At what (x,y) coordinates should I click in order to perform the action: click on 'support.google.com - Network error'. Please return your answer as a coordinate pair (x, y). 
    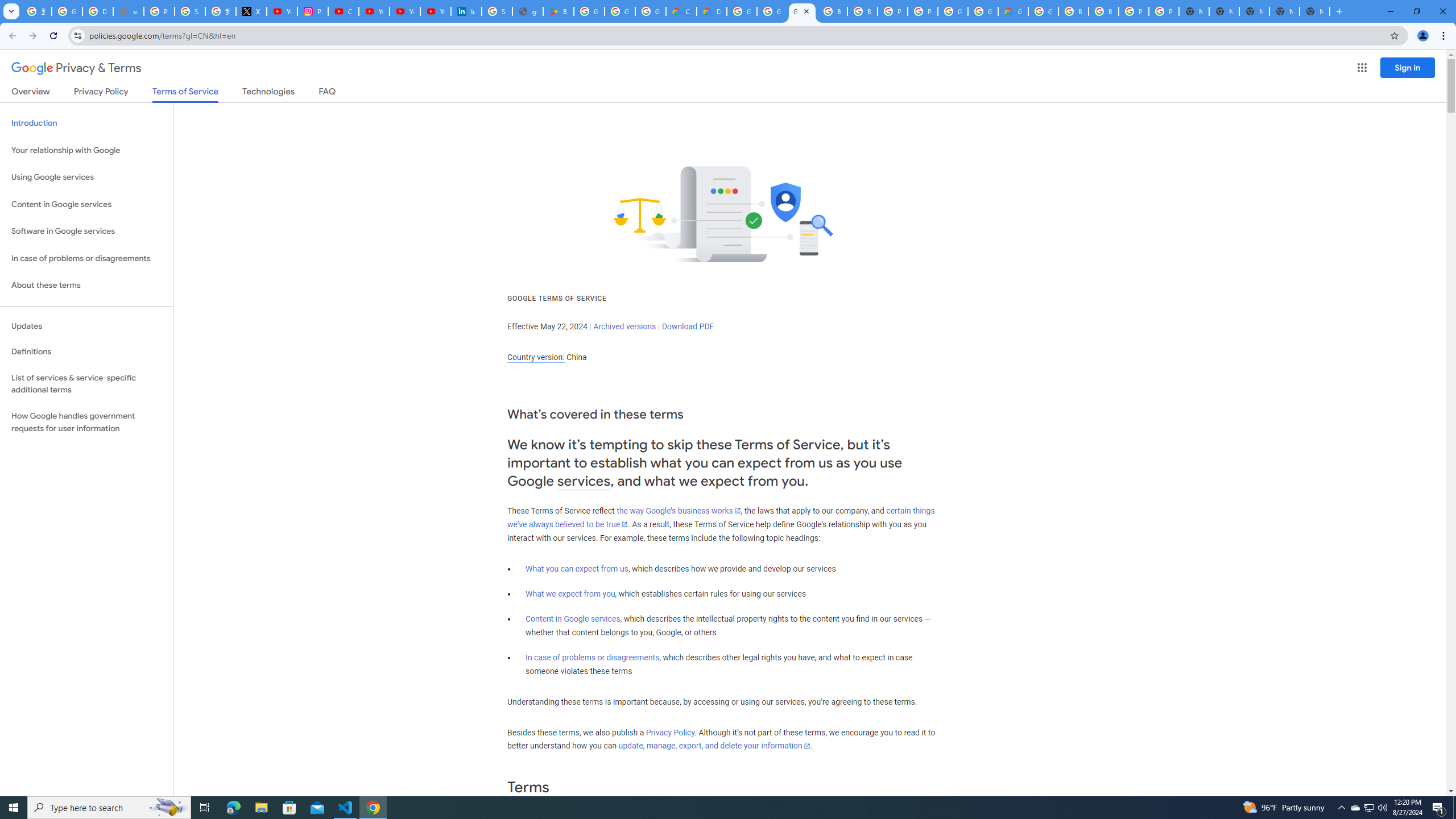
    Looking at the image, I should click on (127, 11).